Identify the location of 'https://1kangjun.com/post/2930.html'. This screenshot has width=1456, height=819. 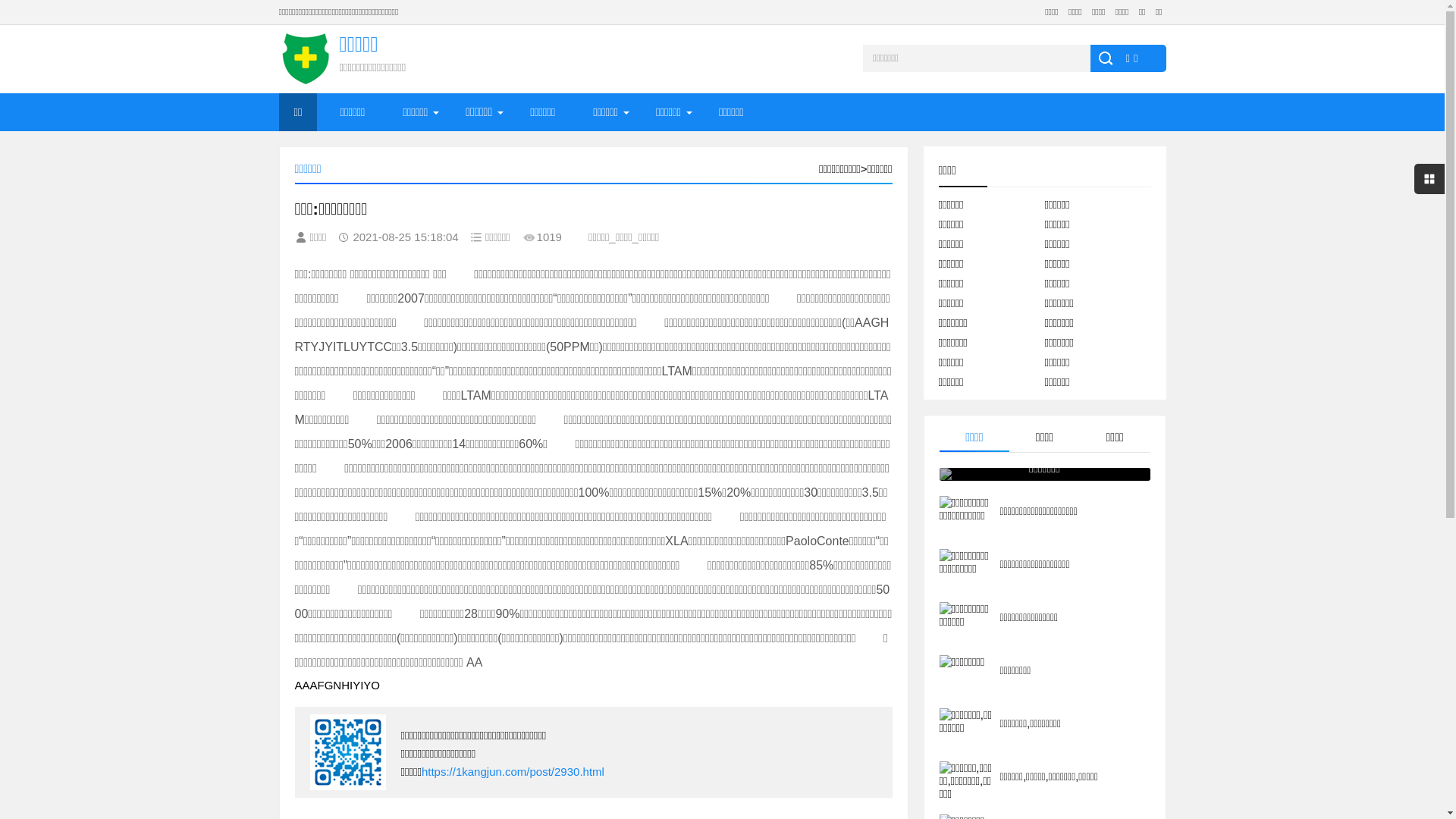
(513, 771).